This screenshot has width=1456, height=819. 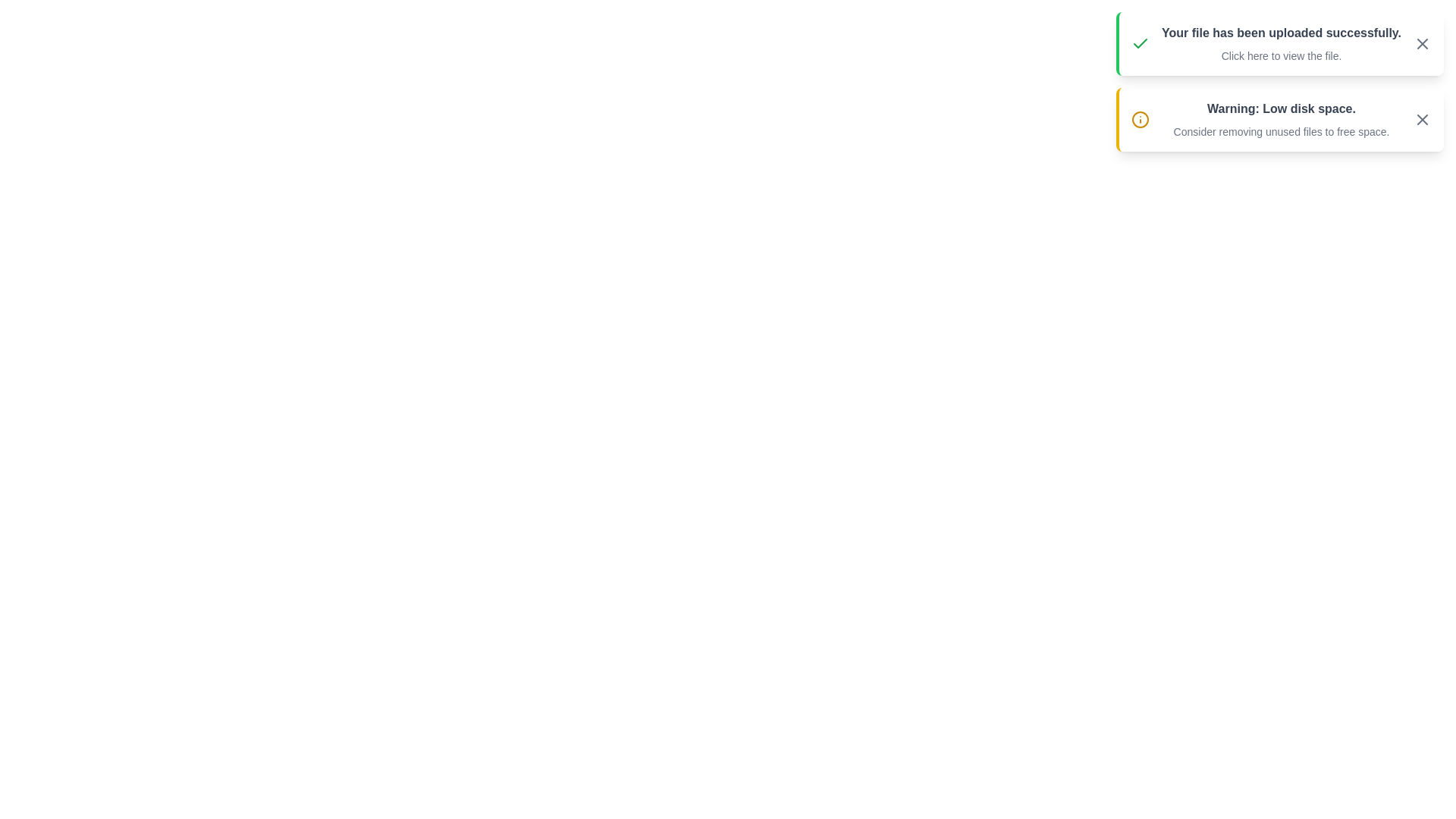 I want to click on the 'Click here to view the file' link in the success notification, so click(x=1280, y=55).